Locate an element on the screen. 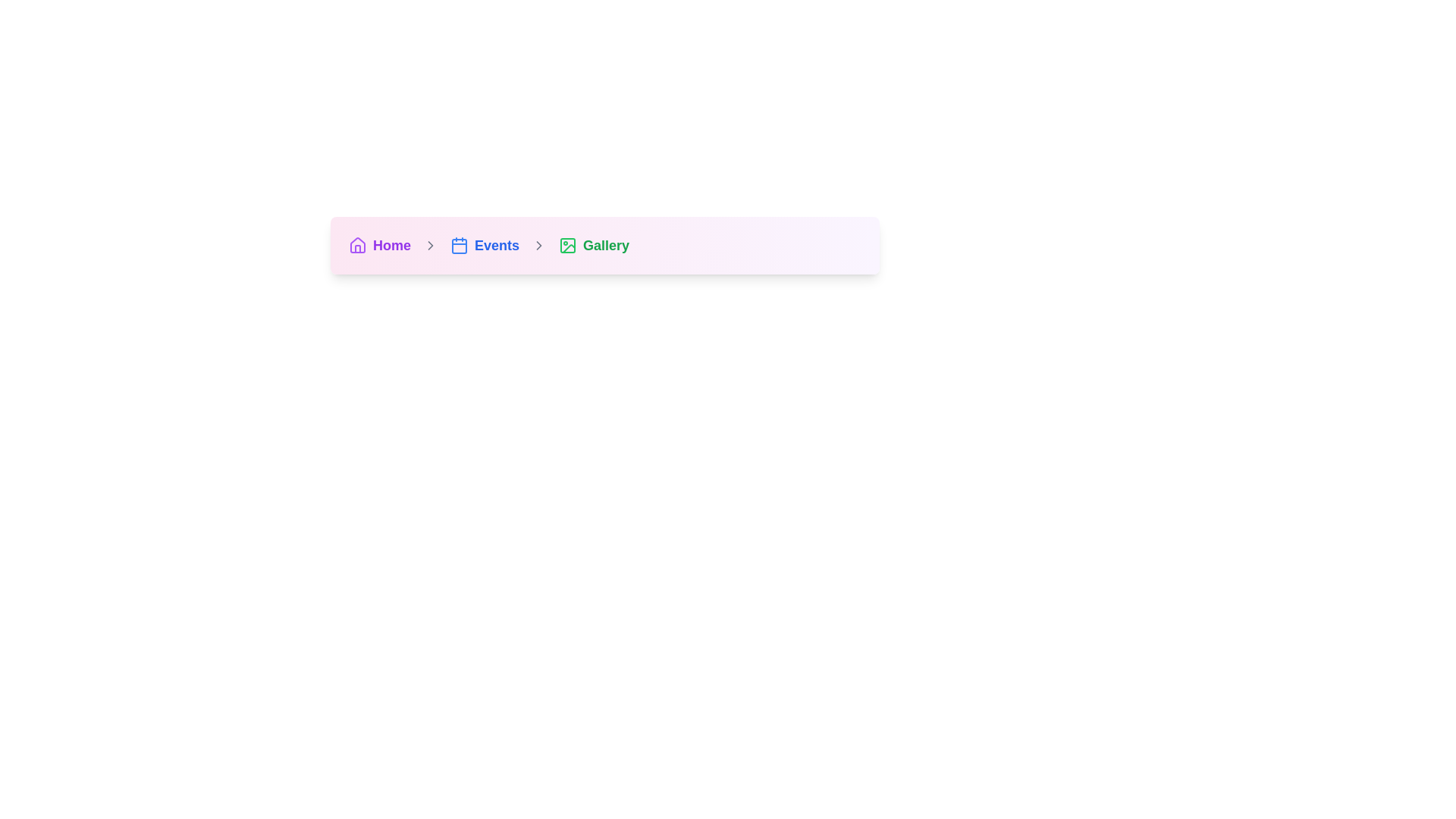  the breadcrumb navigation component is located at coordinates (604, 245).